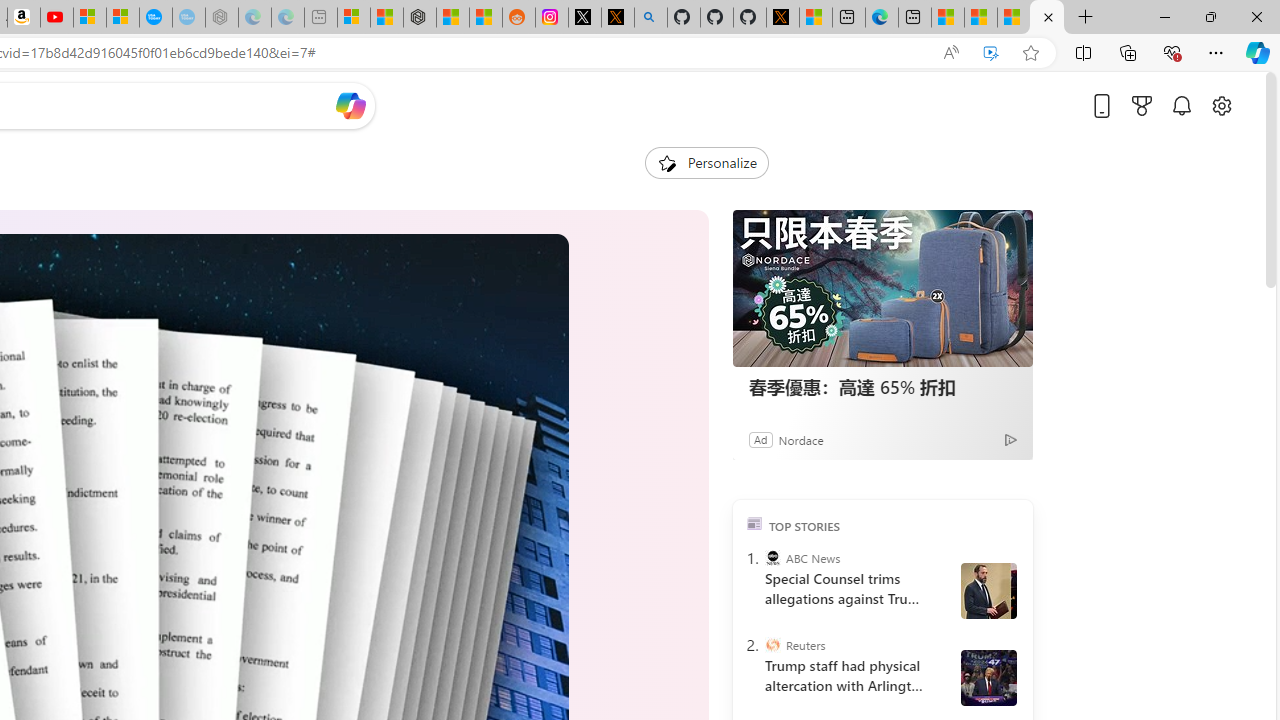 This screenshot has height=720, width=1280. What do you see at coordinates (154, 17) in the screenshot?
I see `'Opinion: Op-Ed and Commentary - USA TODAY'` at bounding box center [154, 17].